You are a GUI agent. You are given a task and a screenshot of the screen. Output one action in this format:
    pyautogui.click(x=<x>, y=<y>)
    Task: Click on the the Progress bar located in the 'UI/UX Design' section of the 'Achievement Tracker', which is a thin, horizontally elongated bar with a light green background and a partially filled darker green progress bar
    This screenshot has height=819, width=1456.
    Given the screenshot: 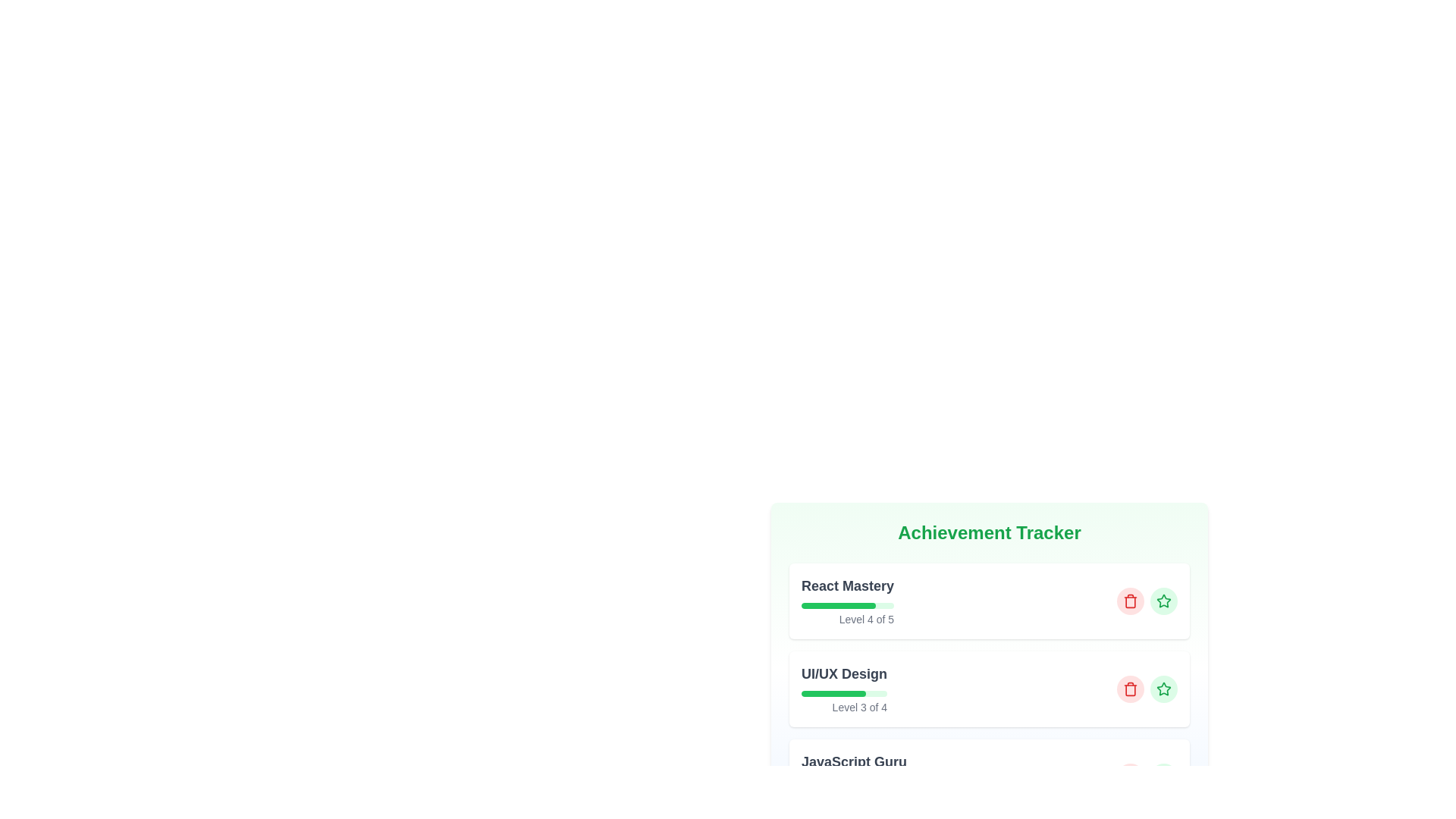 What is the action you would take?
    pyautogui.click(x=843, y=693)
    